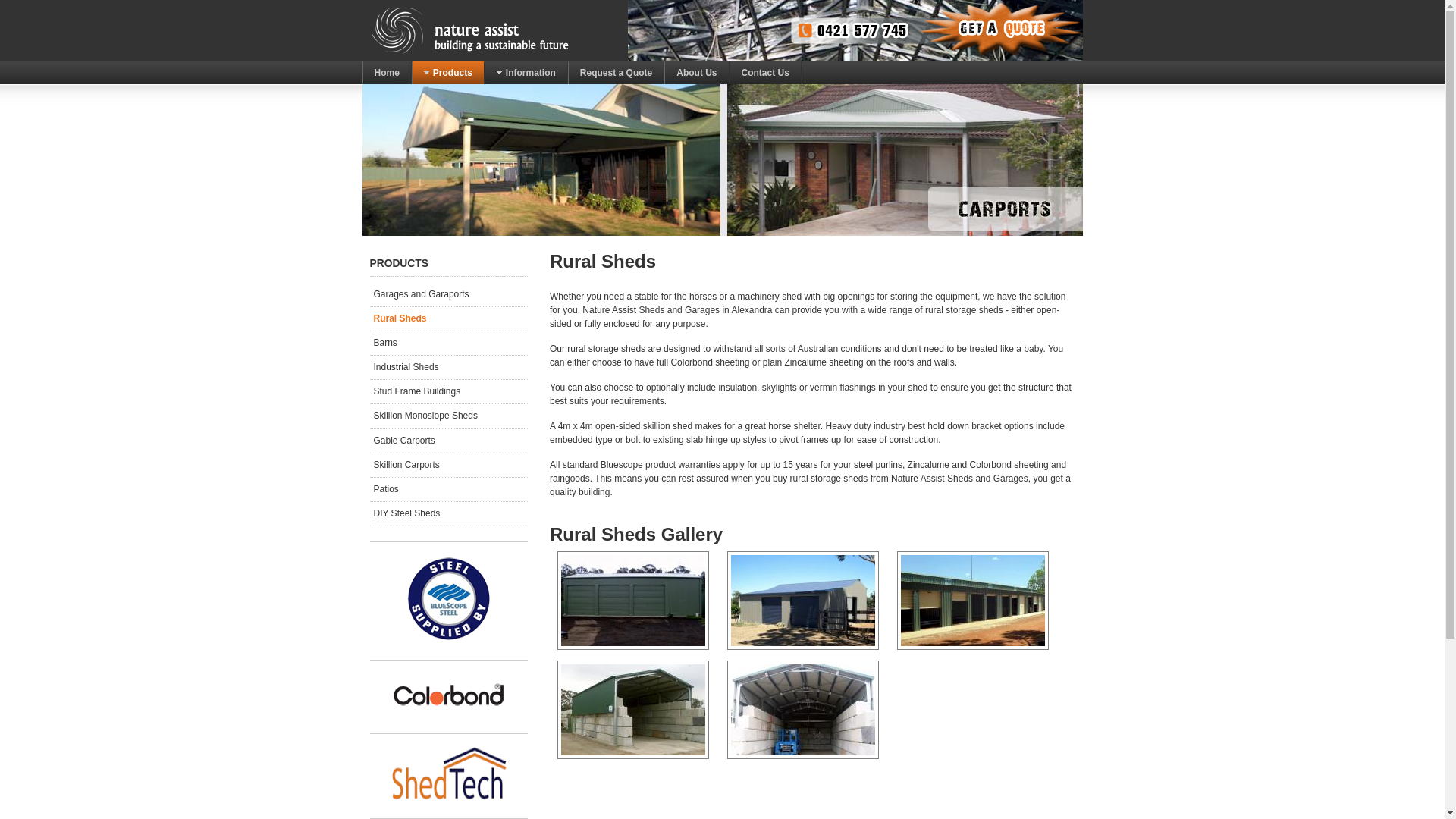 The width and height of the screenshot is (1456, 819). I want to click on 'About Us', so click(695, 73).